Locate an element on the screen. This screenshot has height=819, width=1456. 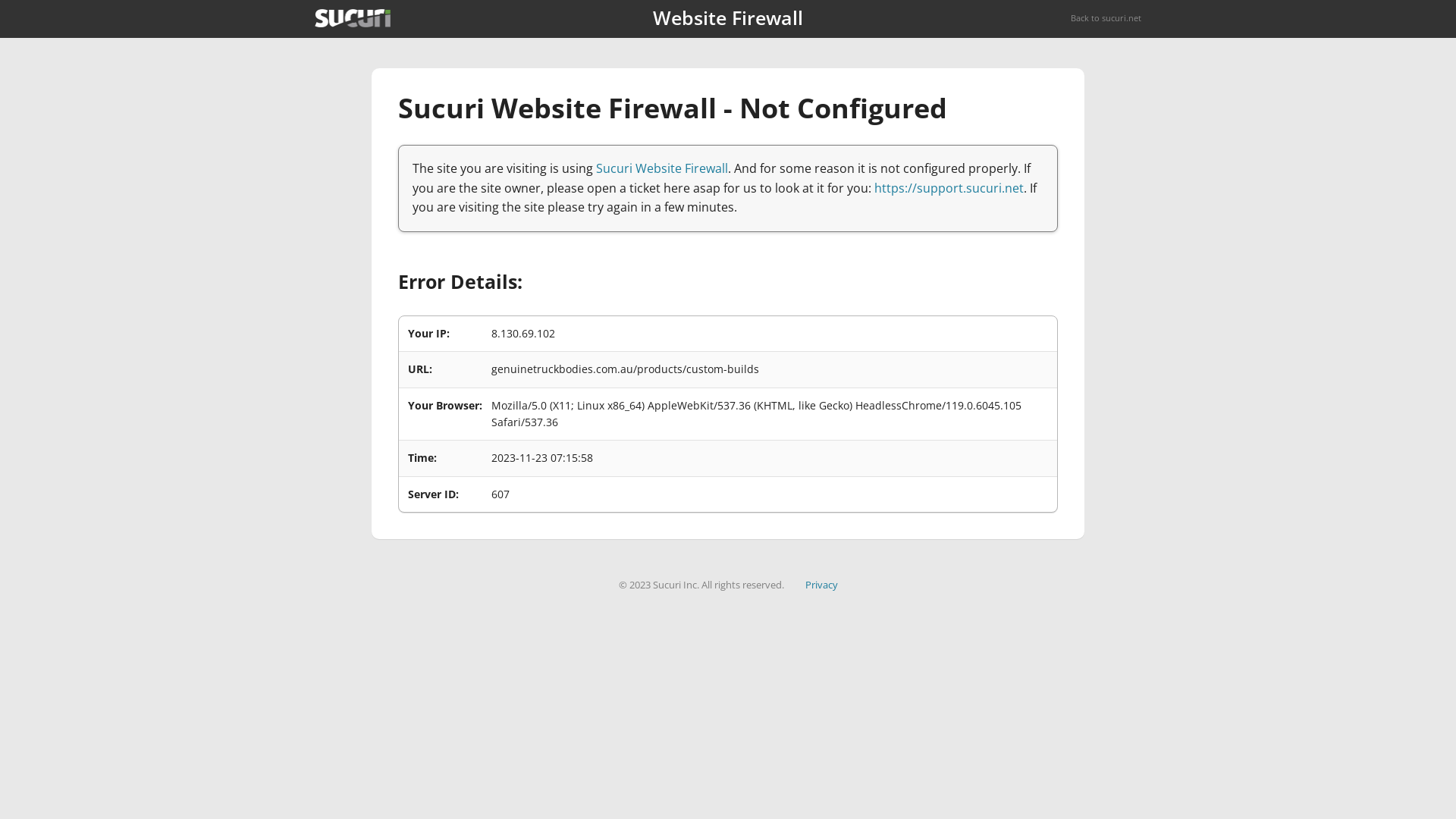
'Sucuri Website Firewall' is located at coordinates (662, 168).